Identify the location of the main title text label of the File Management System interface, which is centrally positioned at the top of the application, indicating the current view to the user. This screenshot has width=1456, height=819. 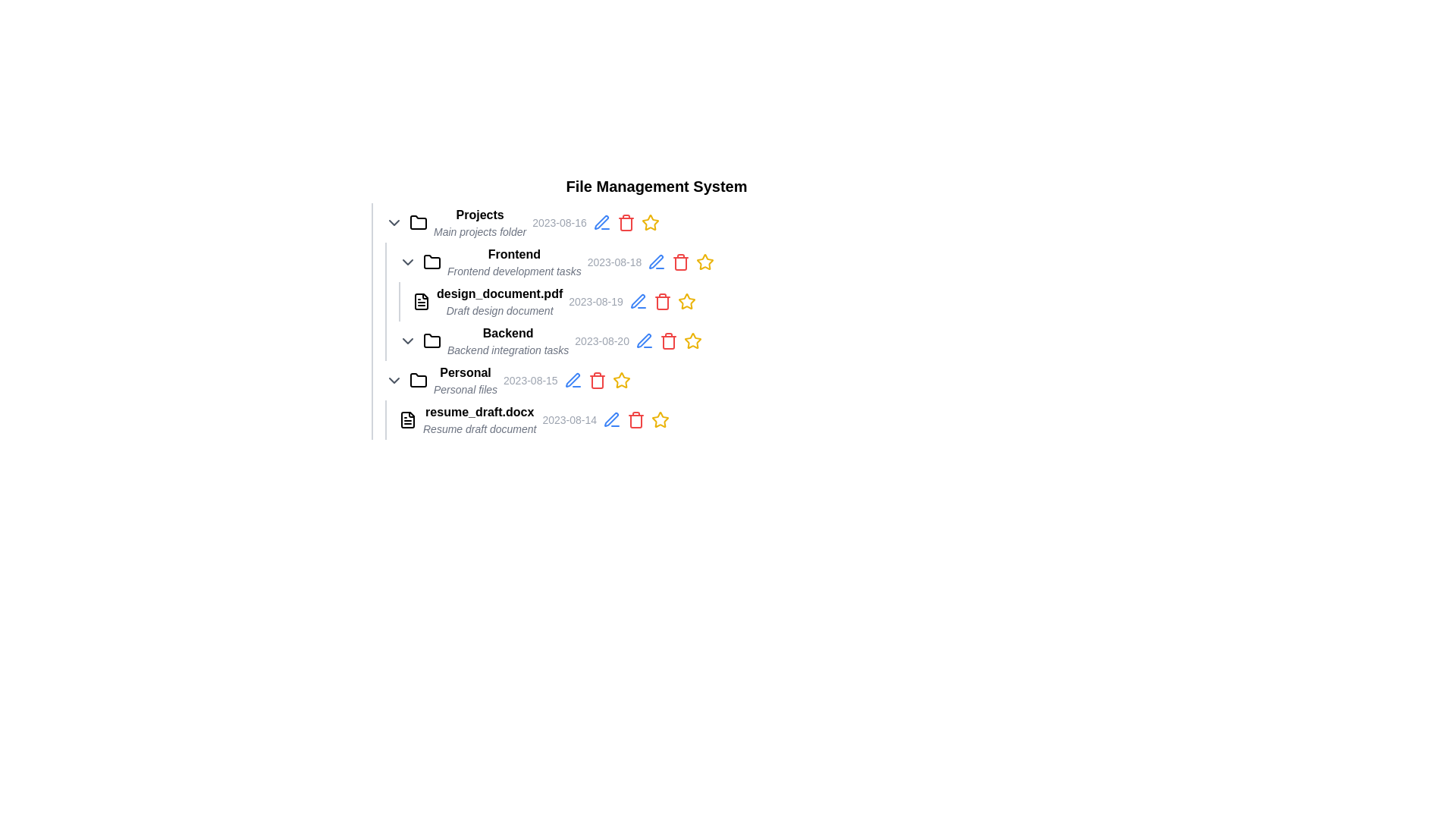
(656, 186).